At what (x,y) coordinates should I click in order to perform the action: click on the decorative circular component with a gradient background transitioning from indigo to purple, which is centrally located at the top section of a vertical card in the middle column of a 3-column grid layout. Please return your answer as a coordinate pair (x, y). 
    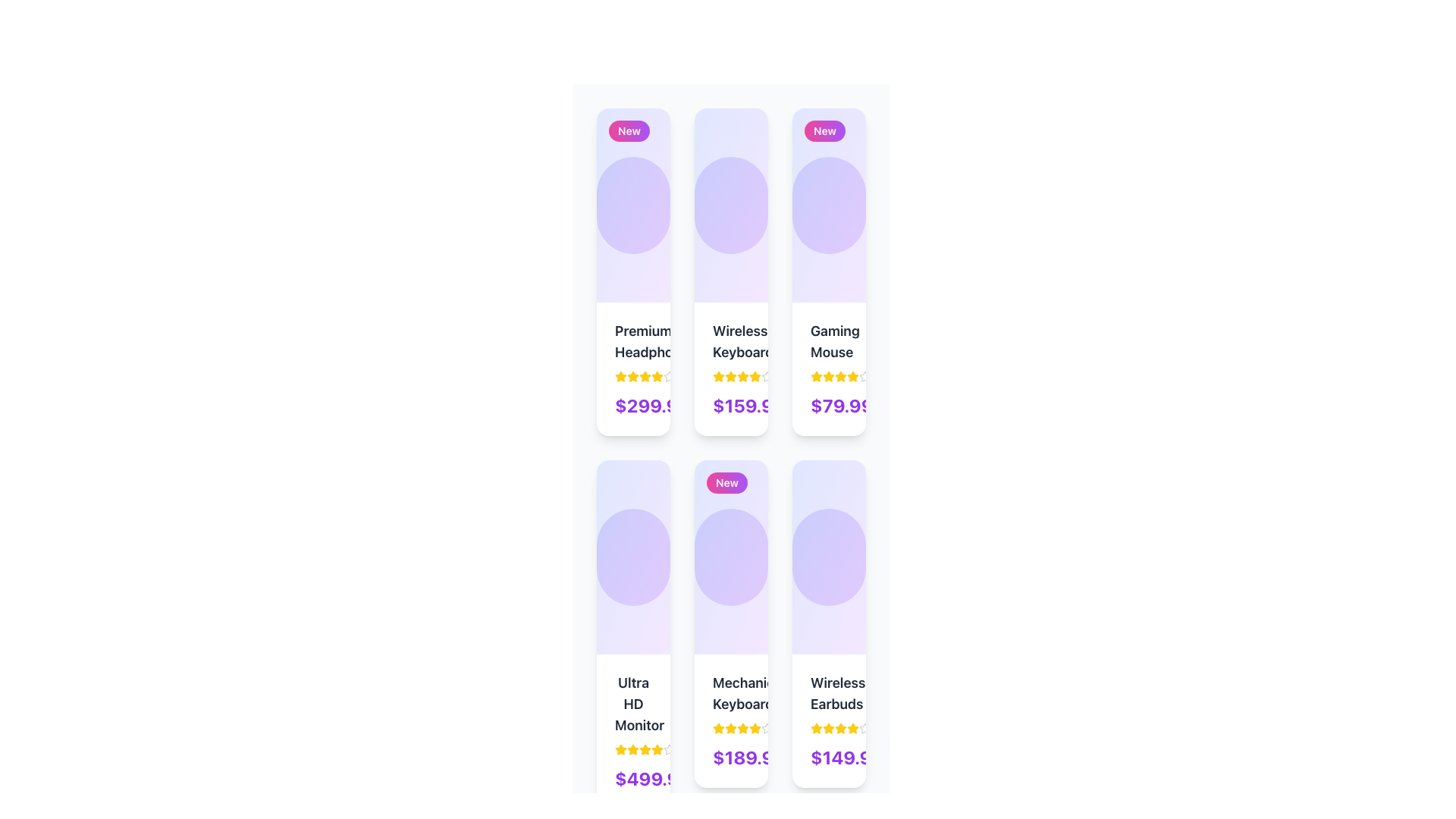
    Looking at the image, I should click on (731, 205).